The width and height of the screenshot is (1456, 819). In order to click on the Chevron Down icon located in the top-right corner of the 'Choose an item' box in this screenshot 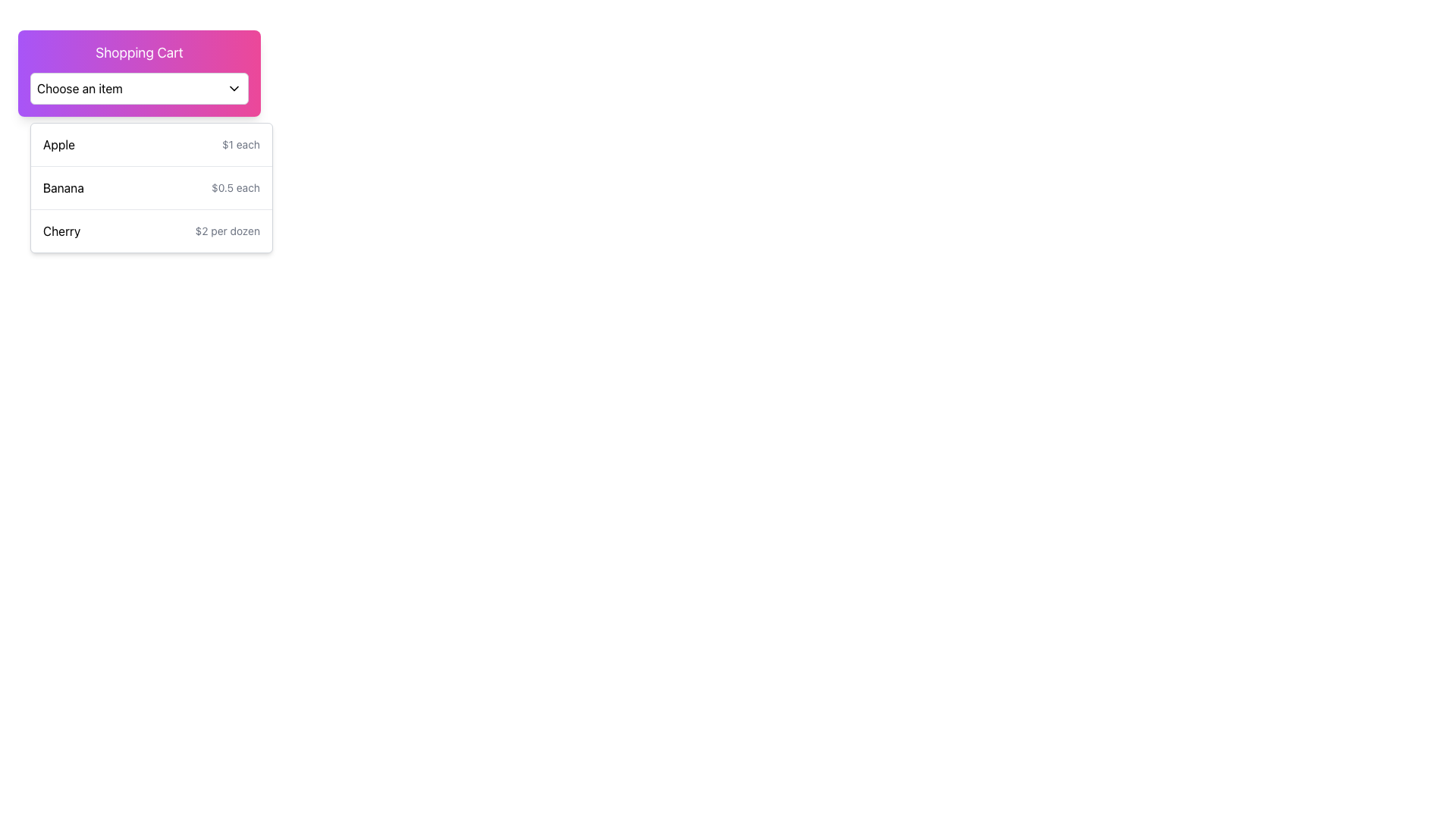, I will do `click(233, 88)`.